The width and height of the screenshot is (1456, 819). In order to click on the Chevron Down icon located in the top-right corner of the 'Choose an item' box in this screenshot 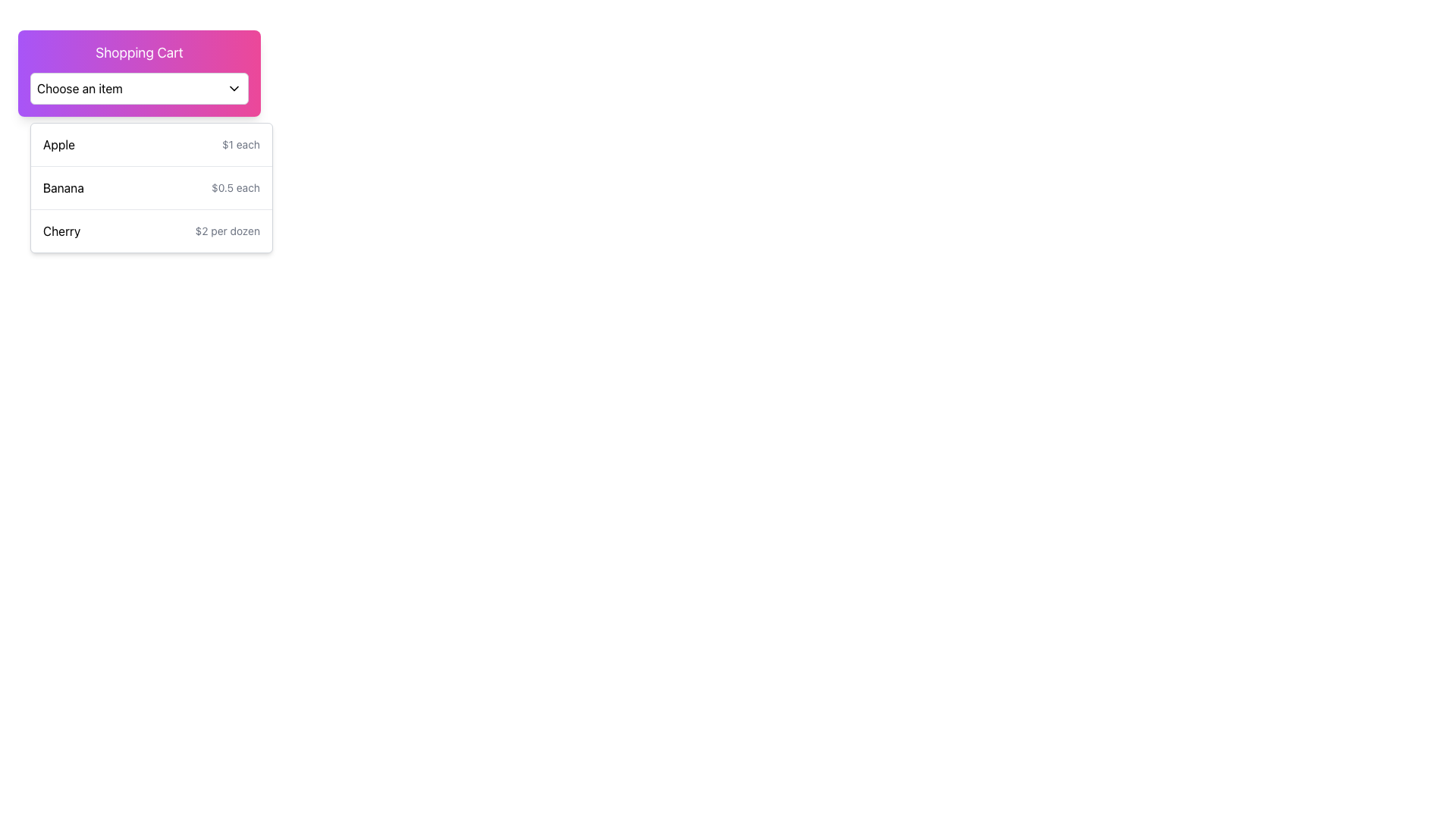, I will do `click(233, 88)`.